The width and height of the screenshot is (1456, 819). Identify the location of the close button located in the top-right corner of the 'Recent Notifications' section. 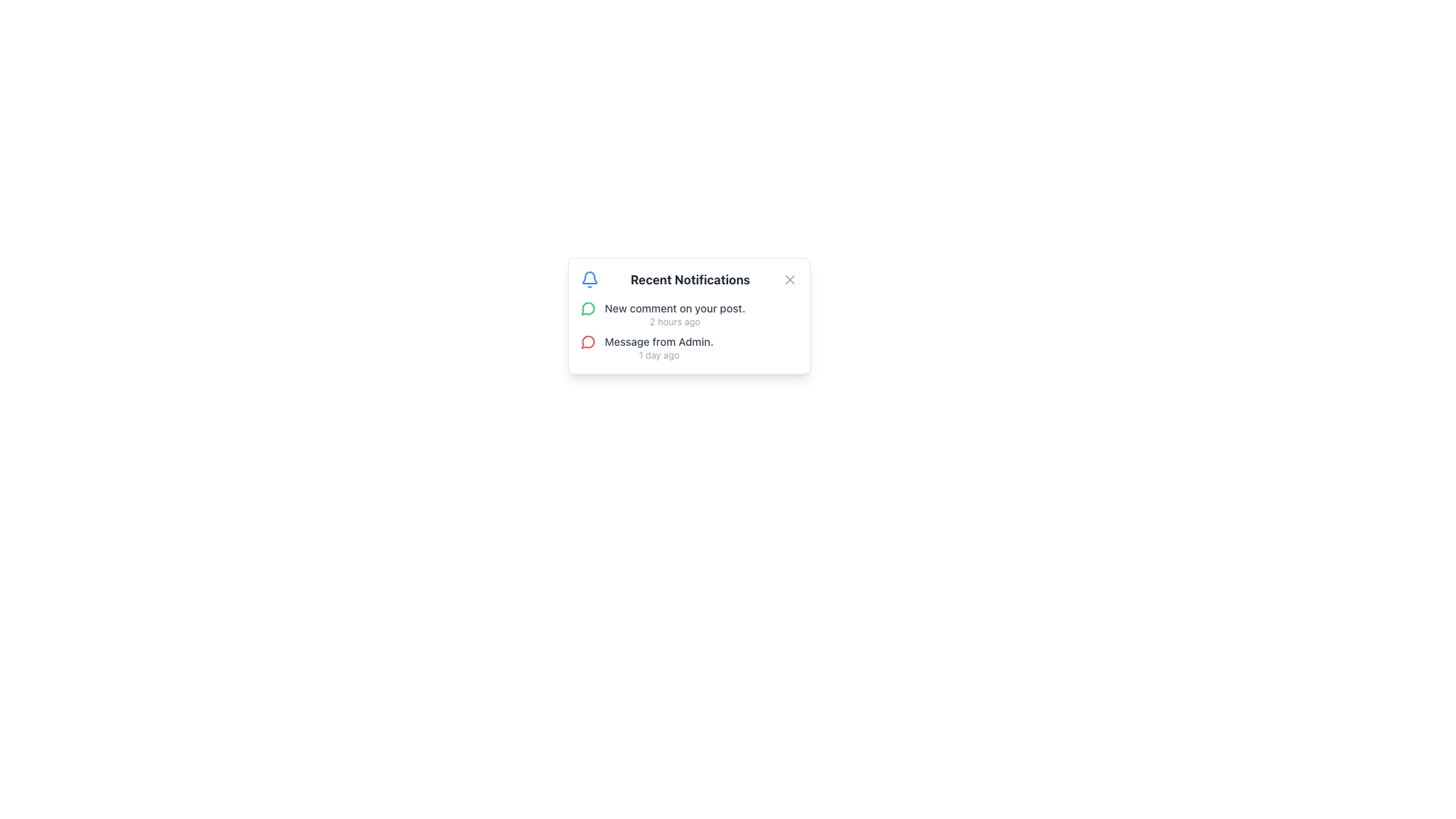
(789, 280).